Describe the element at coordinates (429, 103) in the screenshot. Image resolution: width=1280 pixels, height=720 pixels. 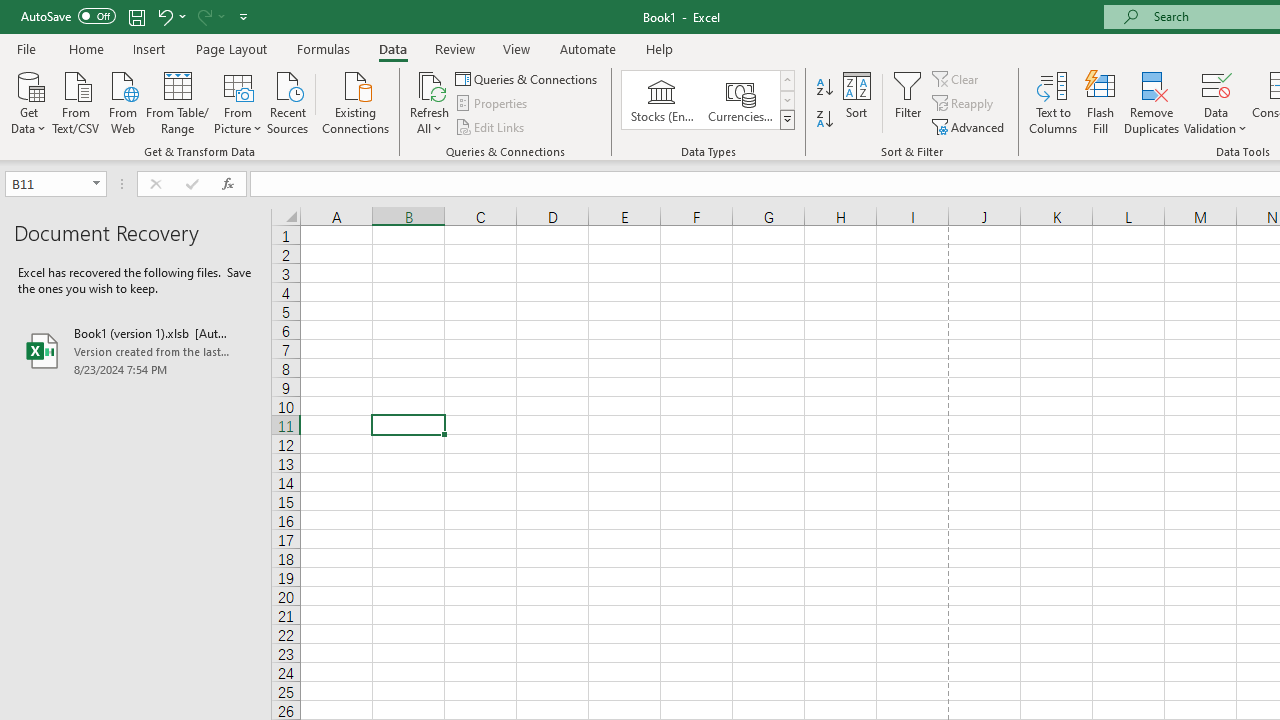
I see `'Refresh All'` at that location.